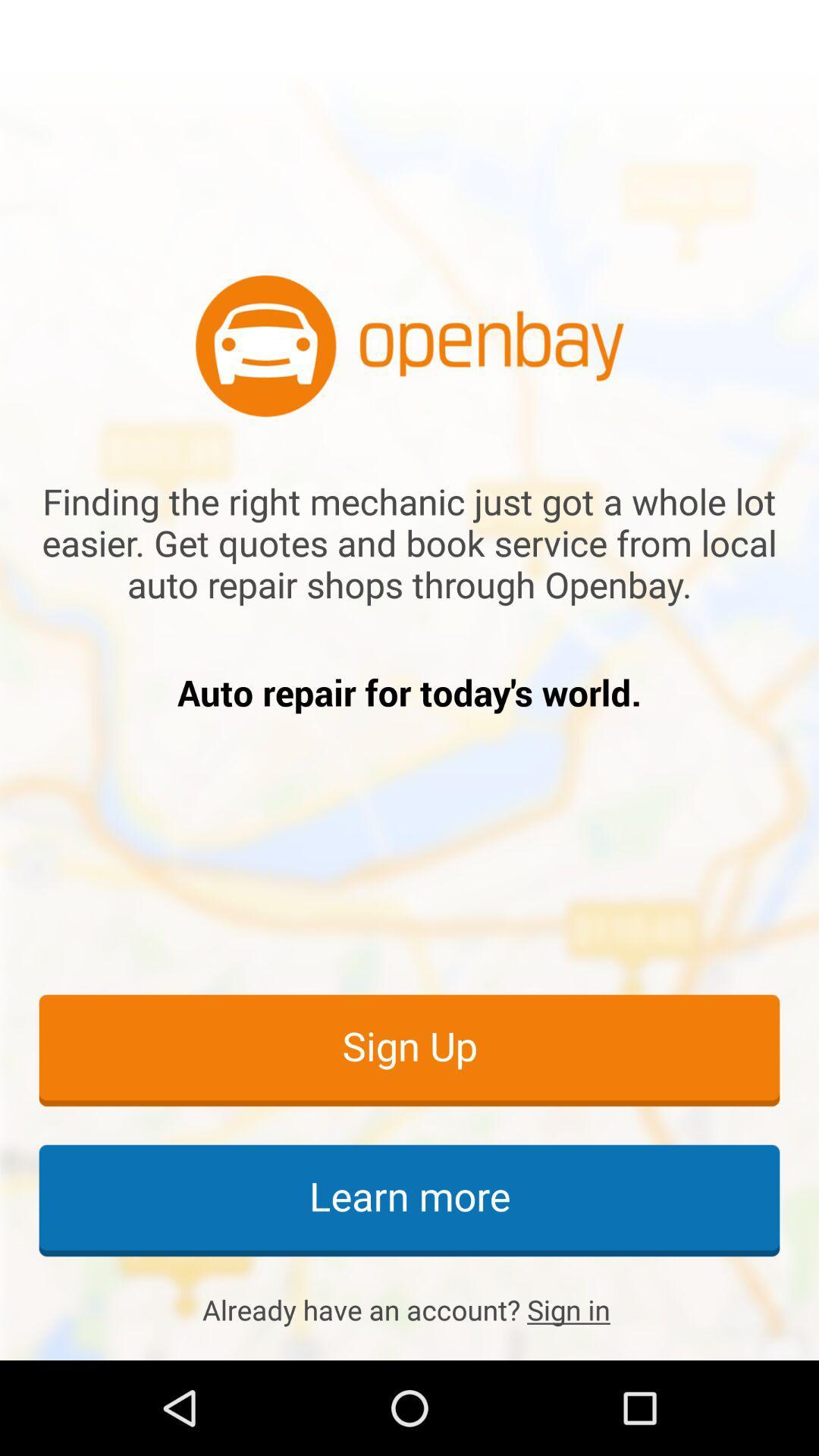 The height and width of the screenshot is (1456, 819). Describe the element at coordinates (409, 1309) in the screenshot. I see `already have an item` at that location.